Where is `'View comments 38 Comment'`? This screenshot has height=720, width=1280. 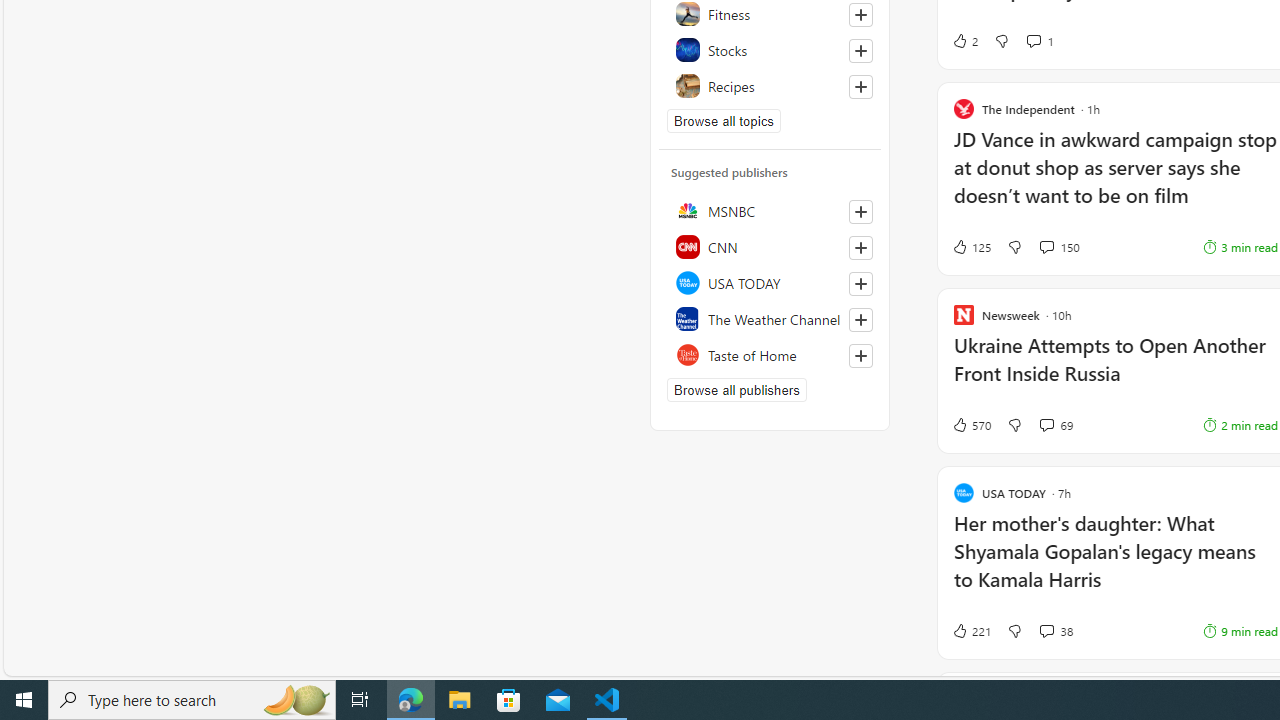
'View comments 38 Comment' is located at coordinates (1055, 631).